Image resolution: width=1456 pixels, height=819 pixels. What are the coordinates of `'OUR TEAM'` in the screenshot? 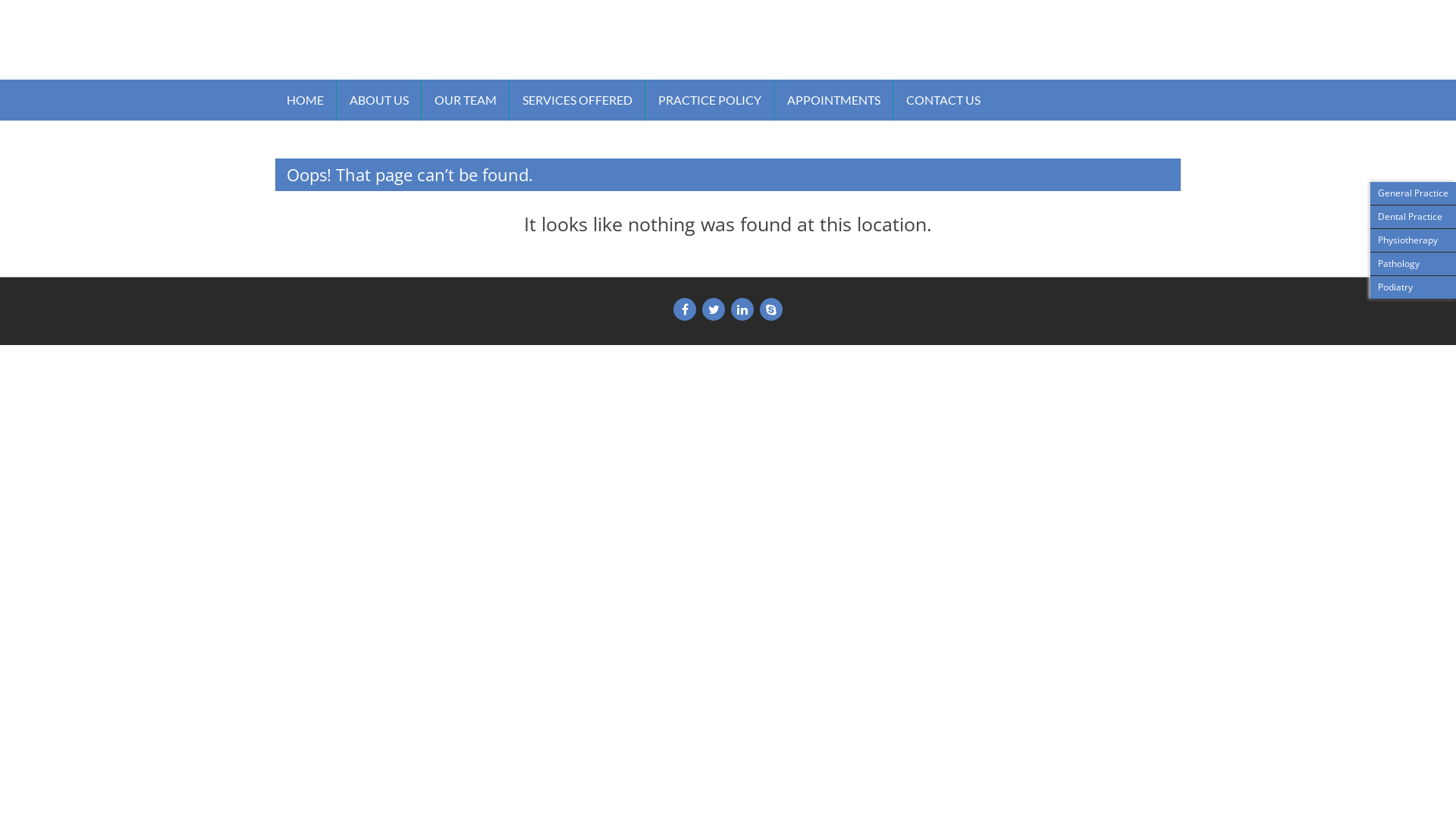 It's located at (465, 99).